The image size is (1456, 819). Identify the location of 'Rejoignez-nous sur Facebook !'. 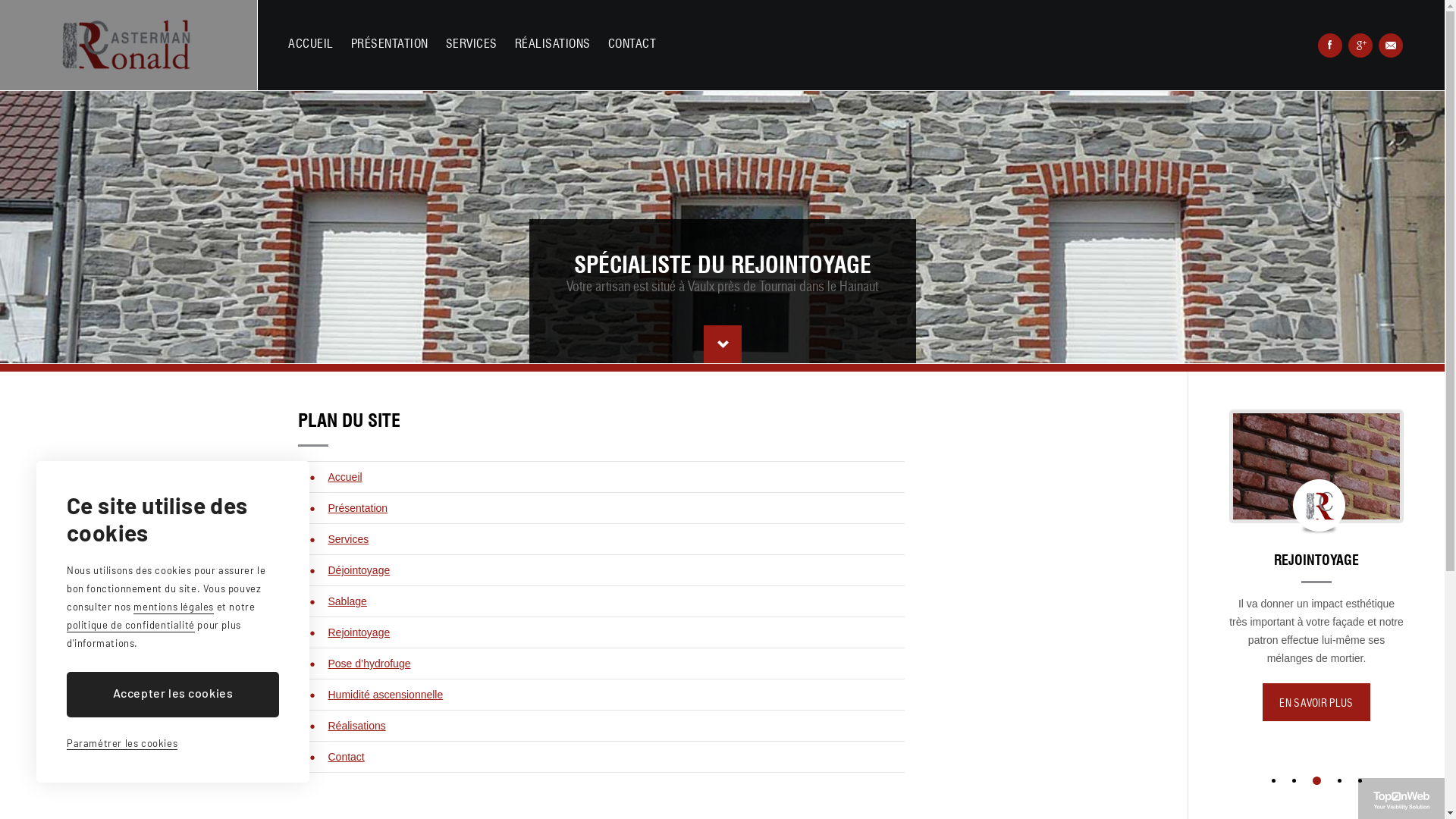
(1329, 45).